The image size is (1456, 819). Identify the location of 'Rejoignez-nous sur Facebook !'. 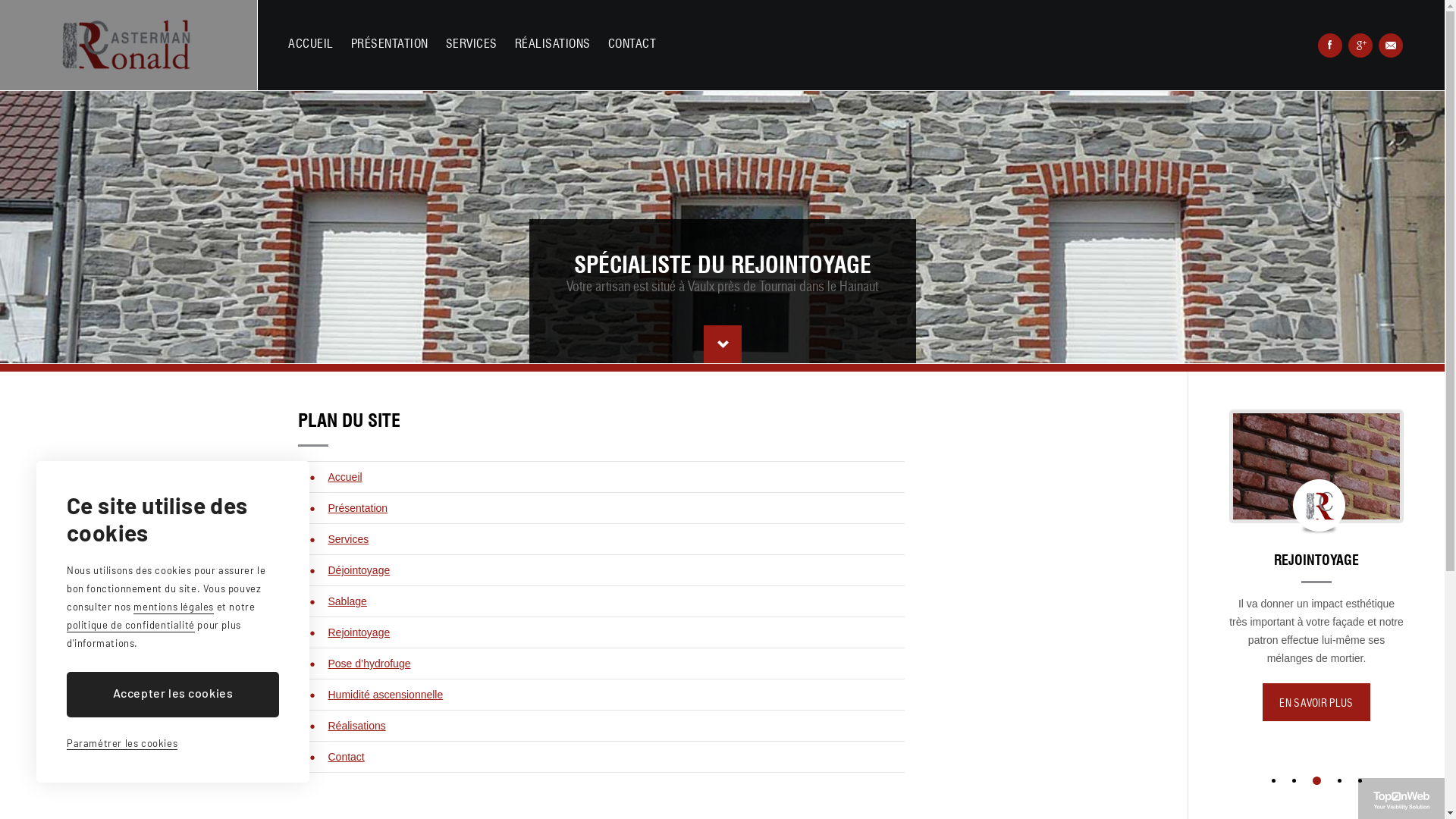
(1329, 45).